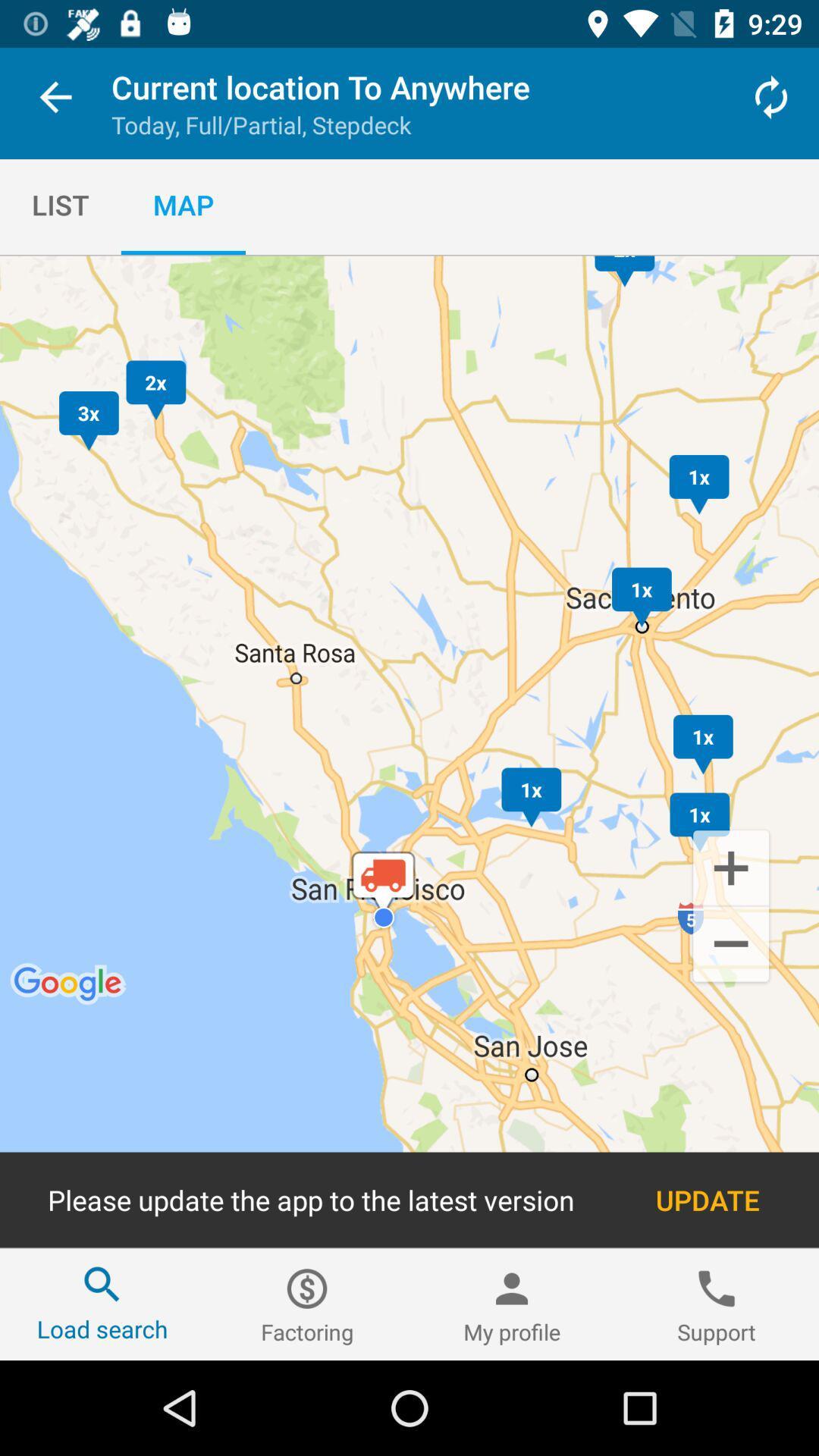 This screenshot has width=819, height=1456. What do you see at coordinates (512, 1304) in the screenshot?
I see `icon to the left of support` at bounding box center [512, 1304].